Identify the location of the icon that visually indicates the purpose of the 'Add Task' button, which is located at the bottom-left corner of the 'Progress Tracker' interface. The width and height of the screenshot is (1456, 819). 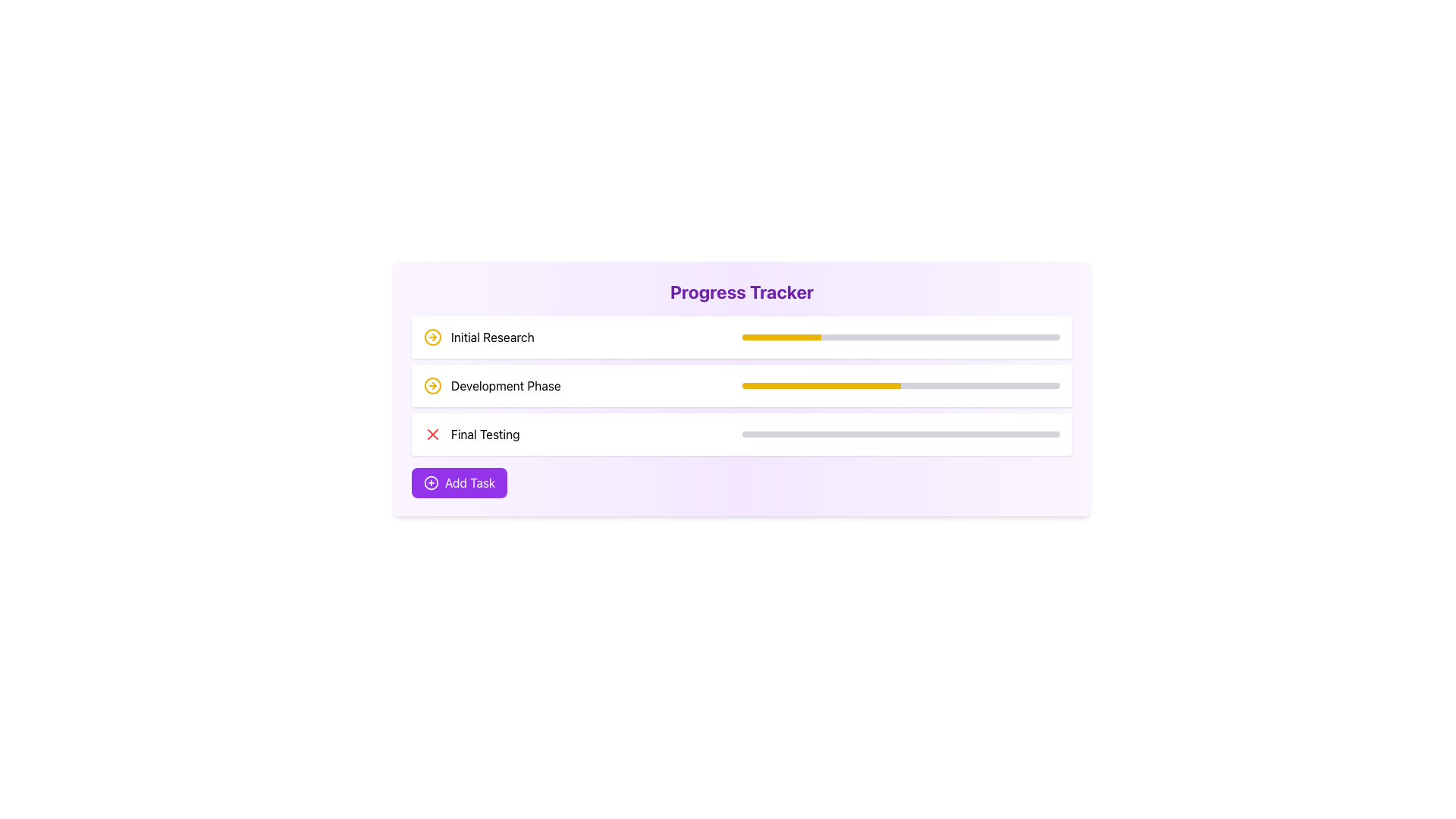
(431, 482).